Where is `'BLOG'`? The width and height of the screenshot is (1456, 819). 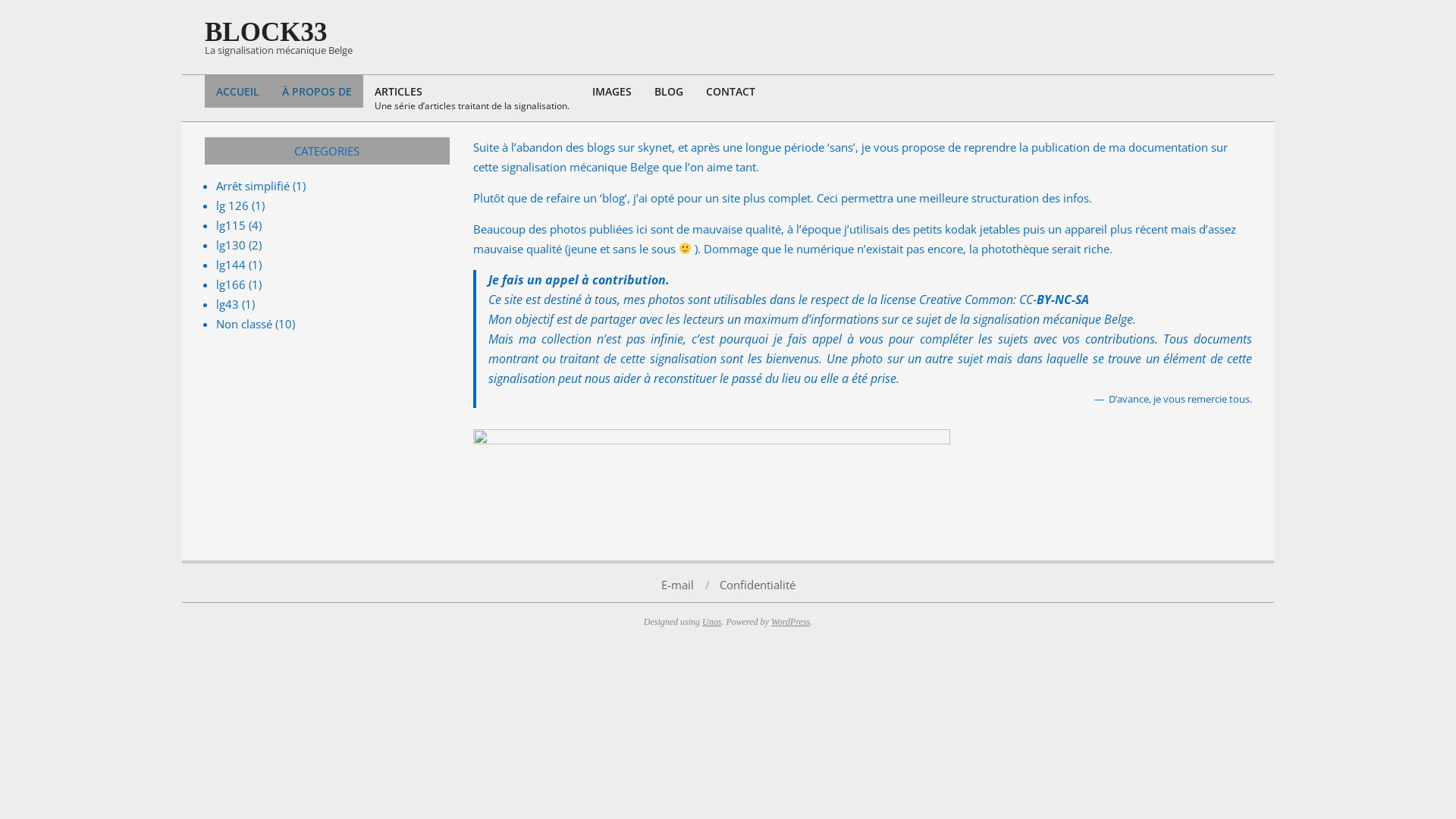 'BLOG' is located at coordinates (668, 91).